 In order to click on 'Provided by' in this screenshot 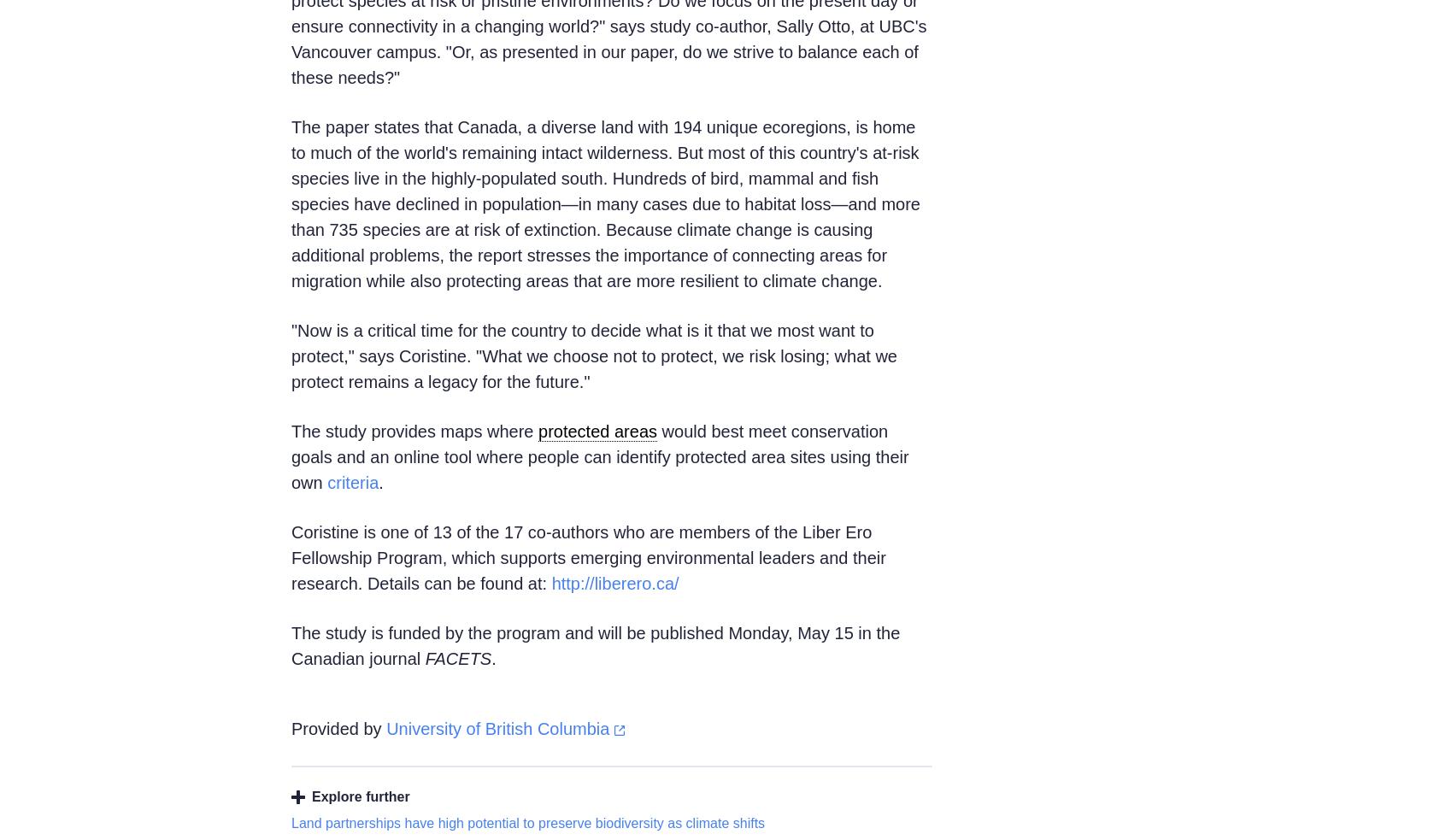, I will do `click(290, 729)`.